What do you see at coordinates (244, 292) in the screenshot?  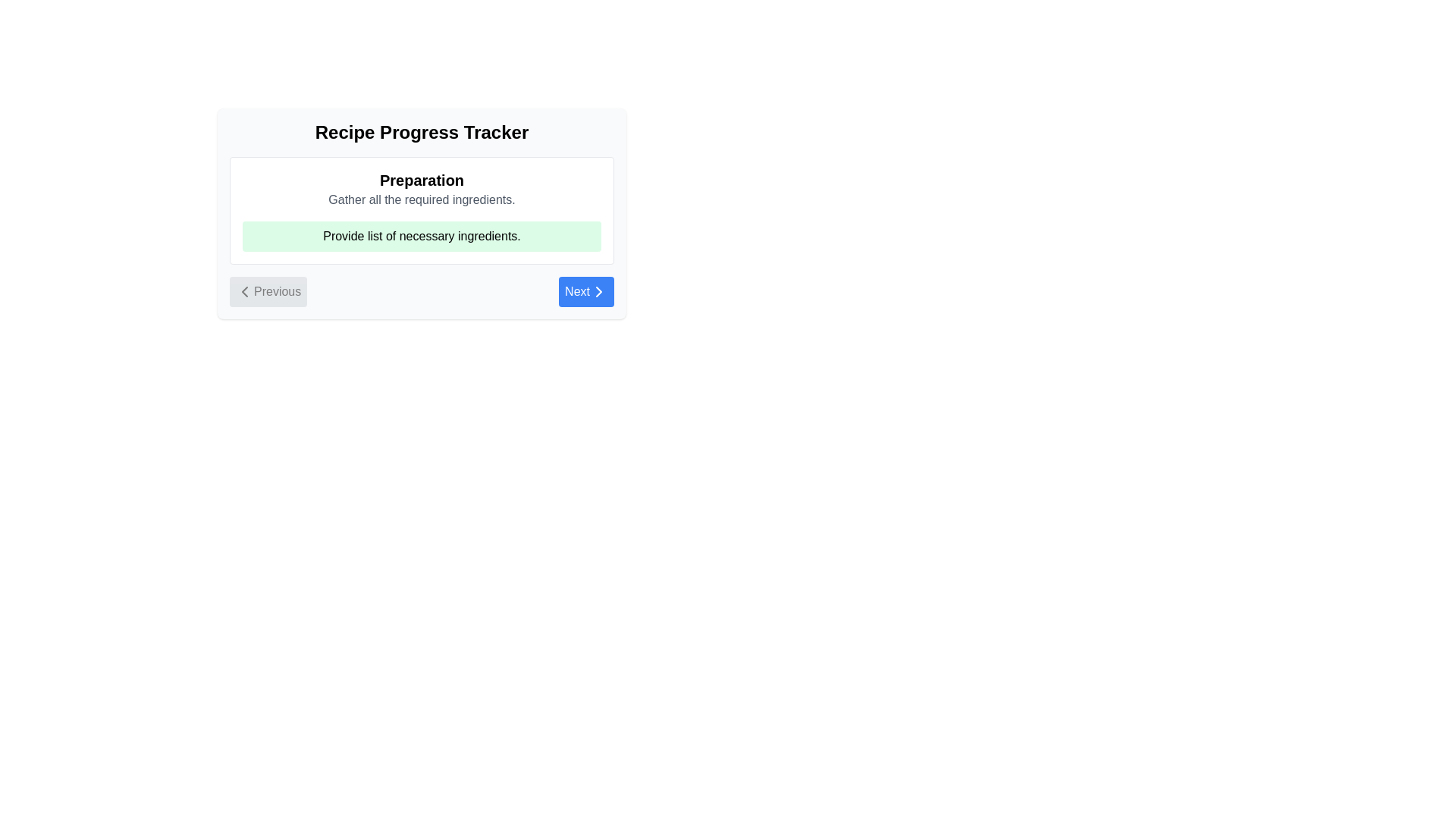 I see `the icon that is part of the 'Previous' button, located on the left side of the button at the bottom-left corner of the recipe progress tracker interface` at bounding box center [244, 292].